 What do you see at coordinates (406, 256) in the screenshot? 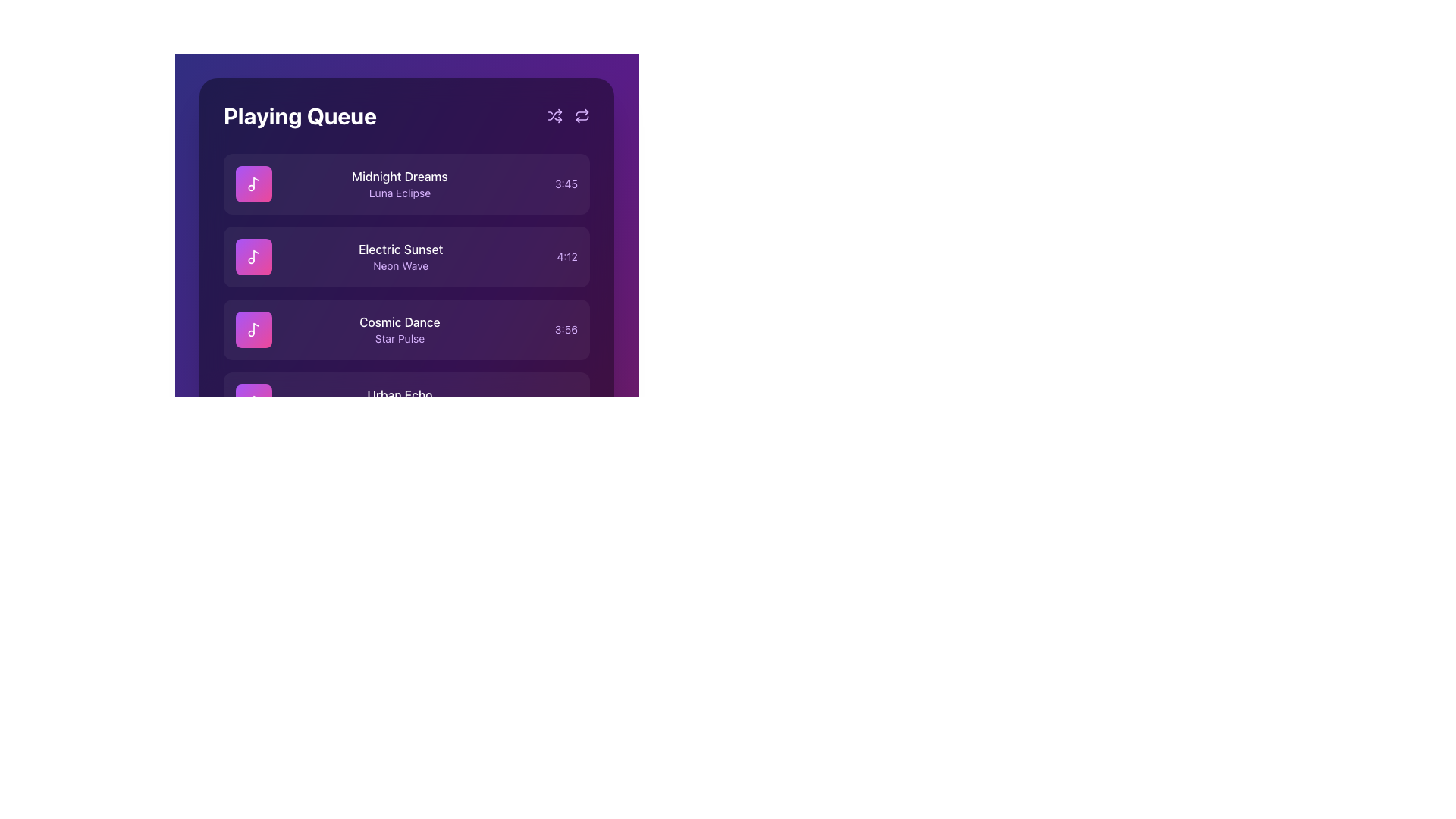
I see `the second list item titled 'Electric Sunset' in the Playing Queue sidebar` at bounding box center [406, 256].